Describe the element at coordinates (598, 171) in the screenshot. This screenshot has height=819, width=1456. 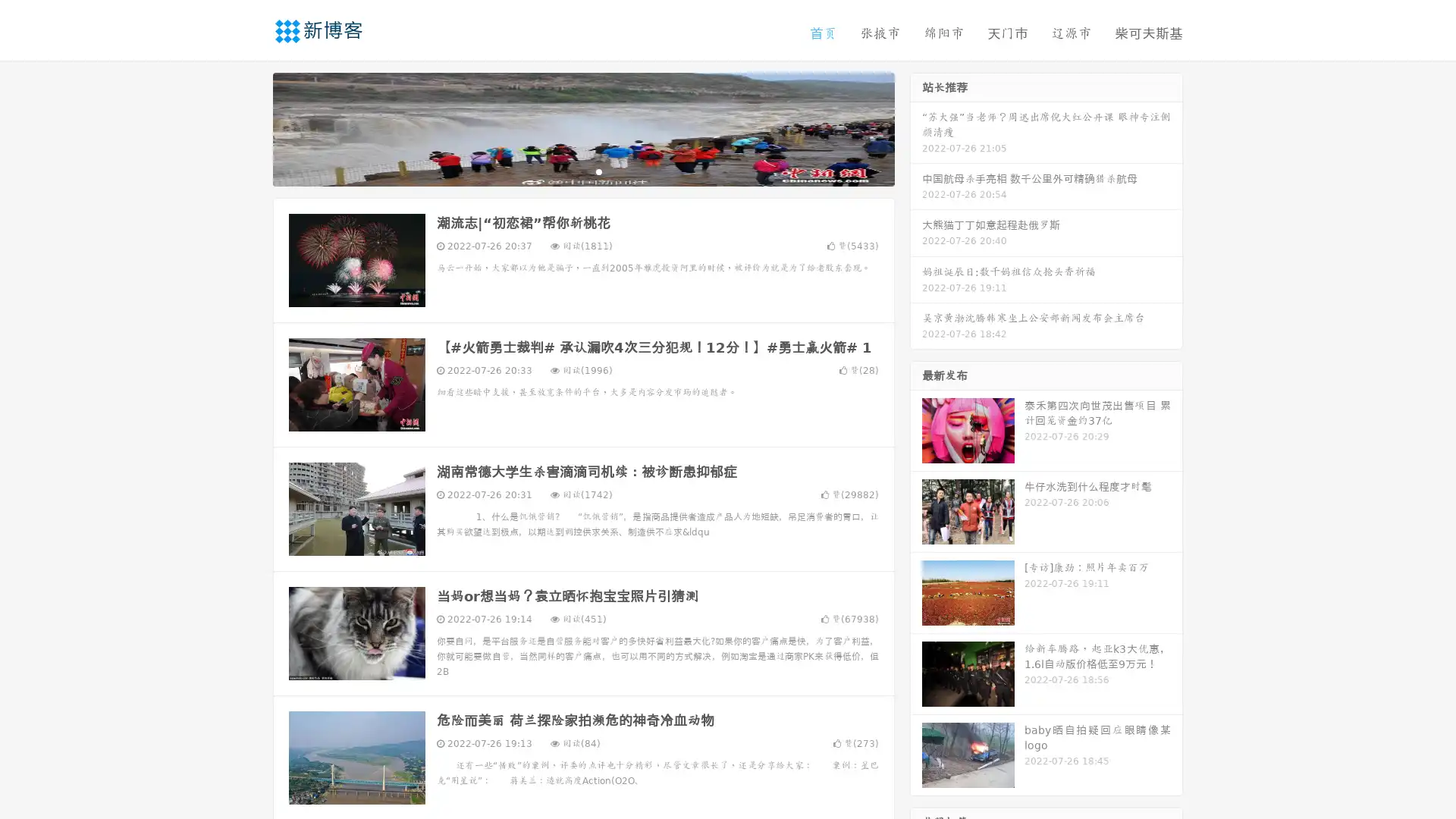
I see `Go to slide 3` at that location.